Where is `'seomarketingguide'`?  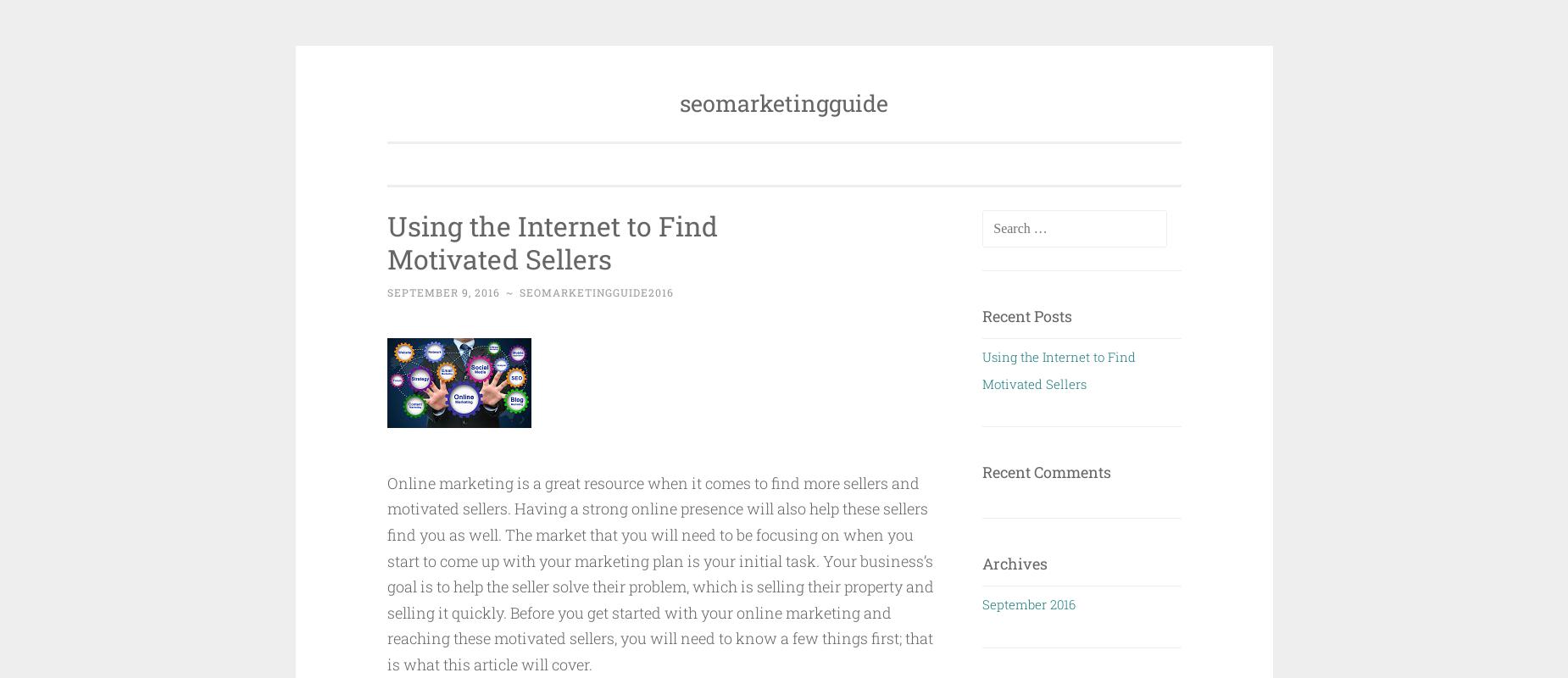
'seomarketingguide' is located at coordinates (784, 102).